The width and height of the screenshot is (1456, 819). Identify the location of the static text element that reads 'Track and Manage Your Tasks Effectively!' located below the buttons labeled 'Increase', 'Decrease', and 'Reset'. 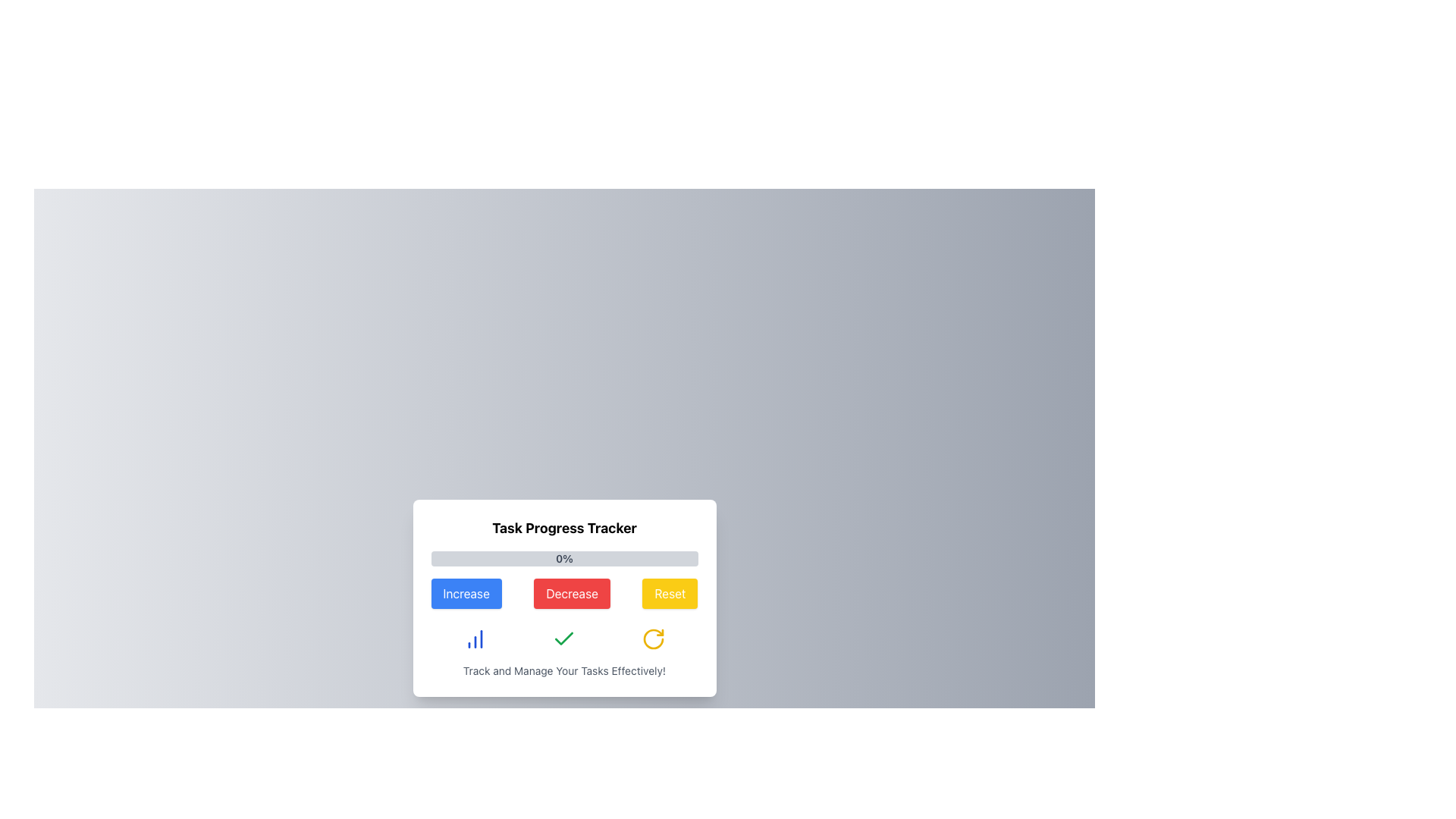
(563, 670).